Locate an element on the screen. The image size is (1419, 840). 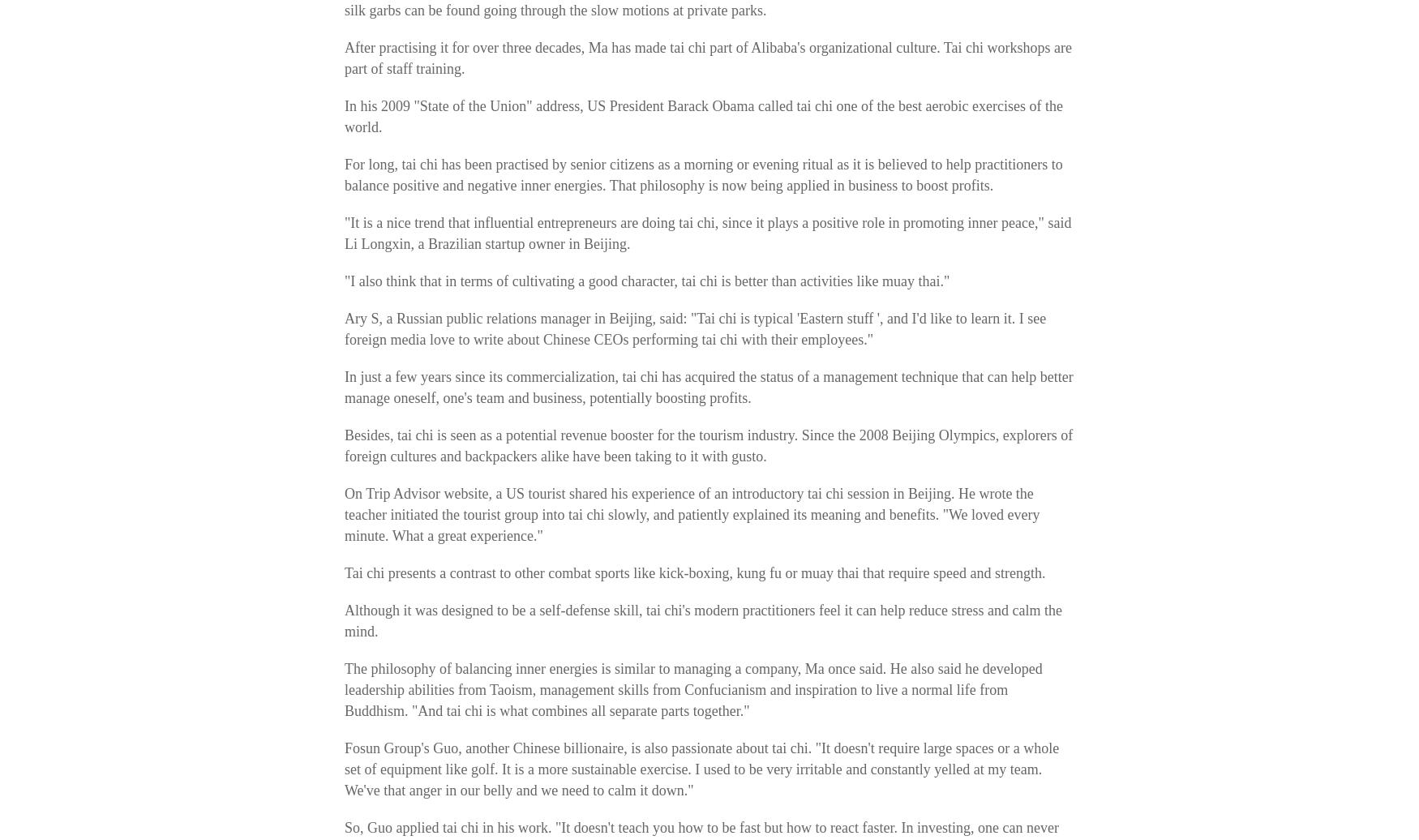
'The philosophy of balancing inner energies is similar to managing a company, Ma once said. He also said he developed leadership abilities from Taoism, management skills from Confucianism and inspiration to live a normal life from Buddhism. "And tai chi is what combines all separate parts together."' is located at coordinates (693, 689).